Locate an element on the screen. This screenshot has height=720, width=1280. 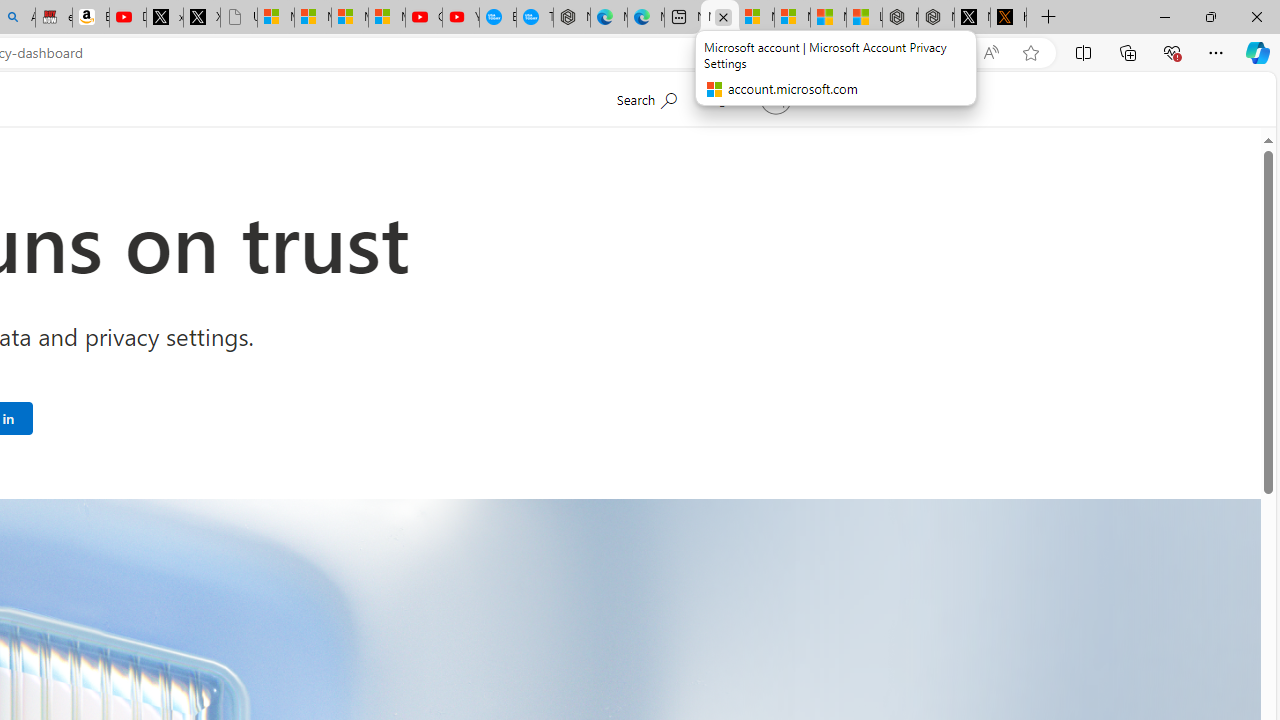
'Read aloud this page (Ctrl+Shift+U)' is located at coordinates (991, 52).